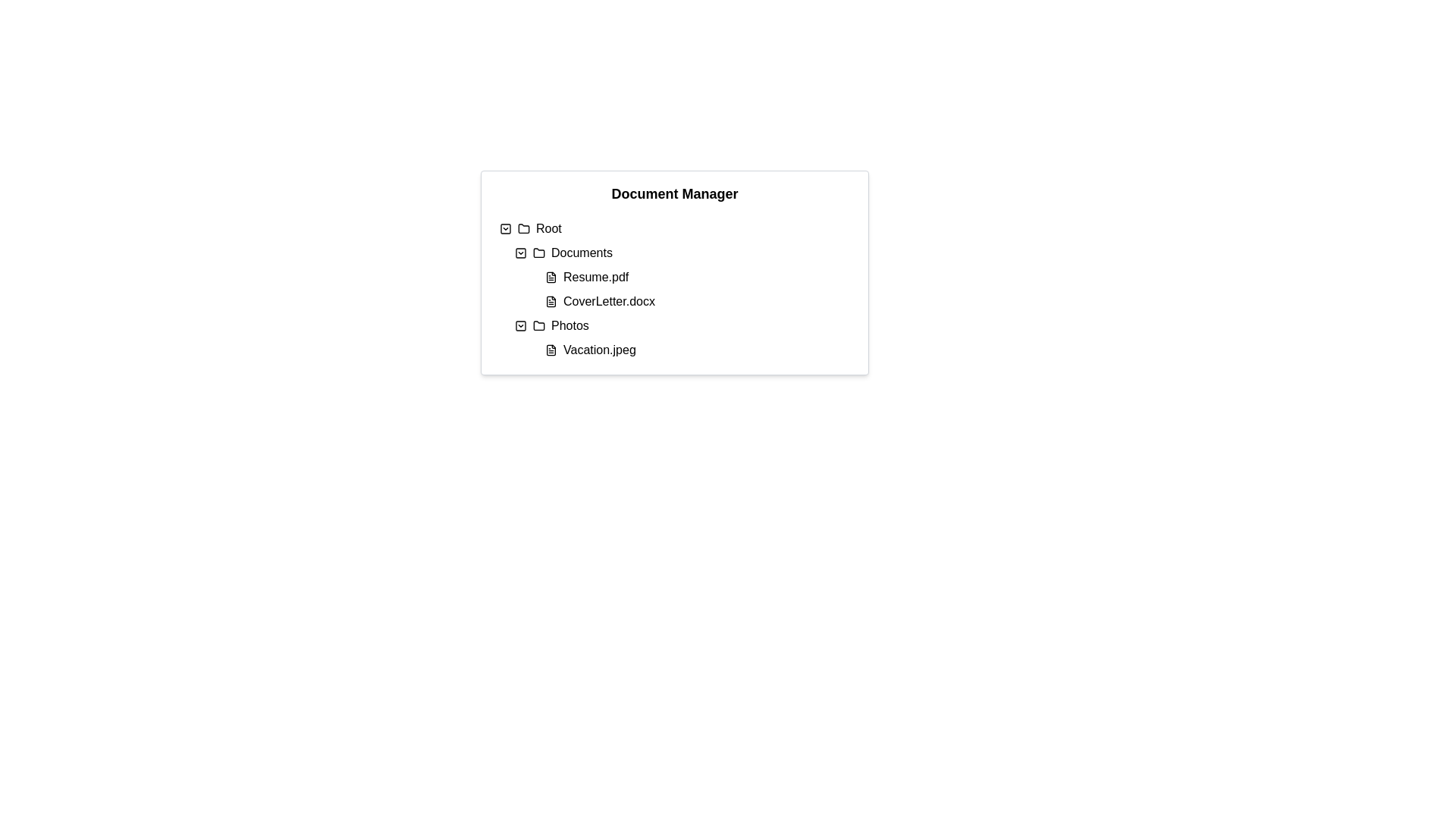  What do you see at coordinates (550, 350) in the screenshot?
I see `the file icon for 'Vacation.jpeg' located in the 'Document Manager' under the 'Photos' folder` at bounding box center [550, 350].